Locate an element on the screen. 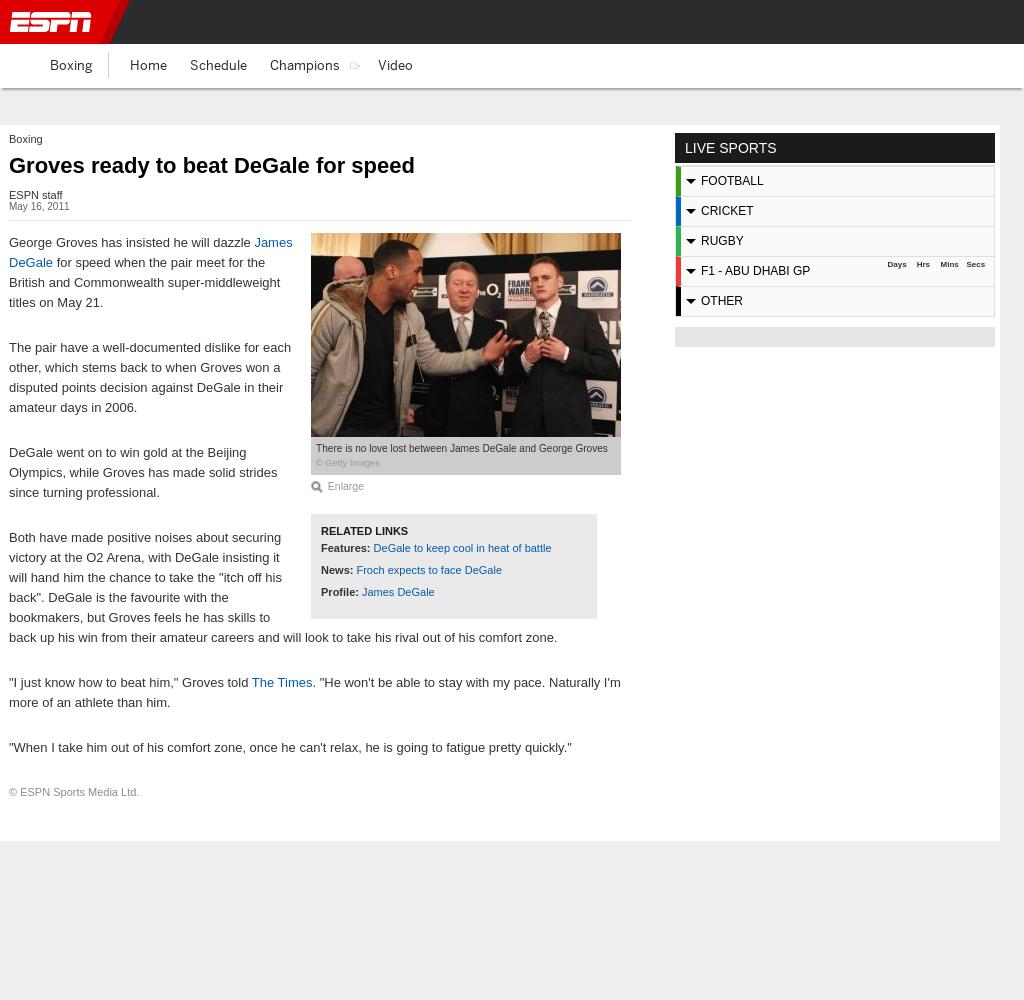  'for speed when the pair meet for the British and Commonwealth super-middleweight titles on May 21.' is located at coordinates (143, 282).